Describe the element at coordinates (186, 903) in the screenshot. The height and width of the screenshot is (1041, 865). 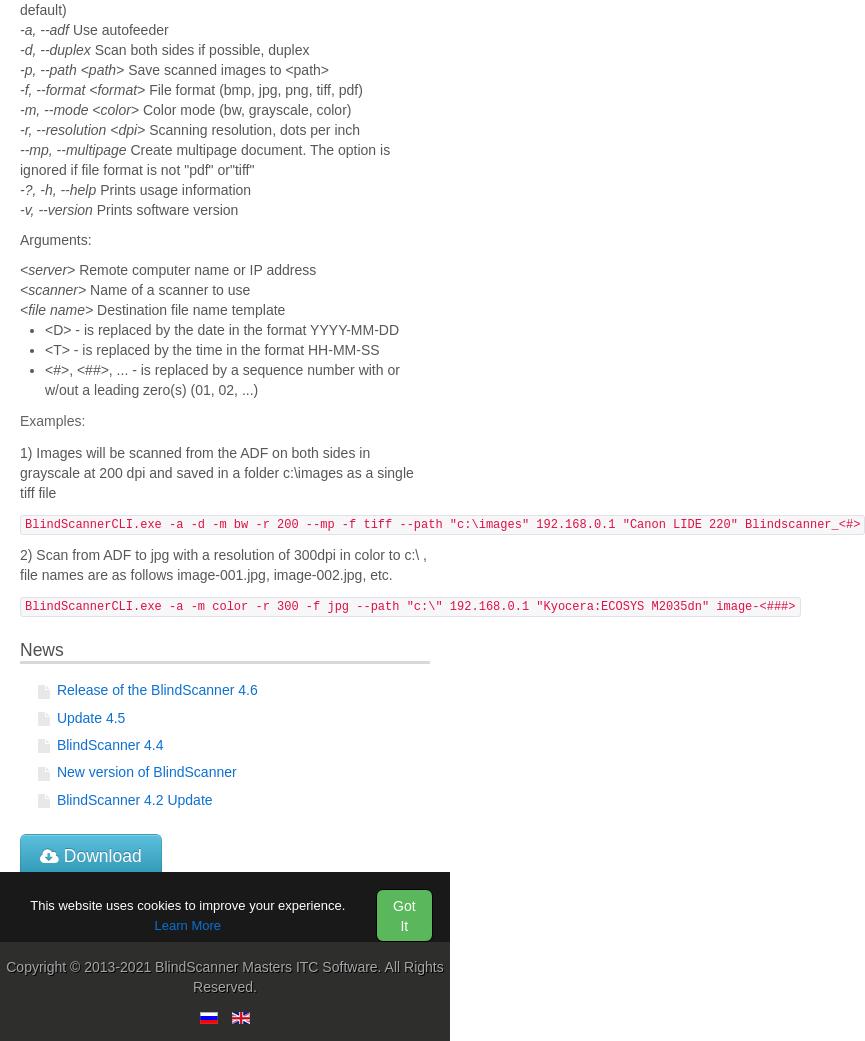
I see `'This website uses cookies to improve your experience.'` at that location.